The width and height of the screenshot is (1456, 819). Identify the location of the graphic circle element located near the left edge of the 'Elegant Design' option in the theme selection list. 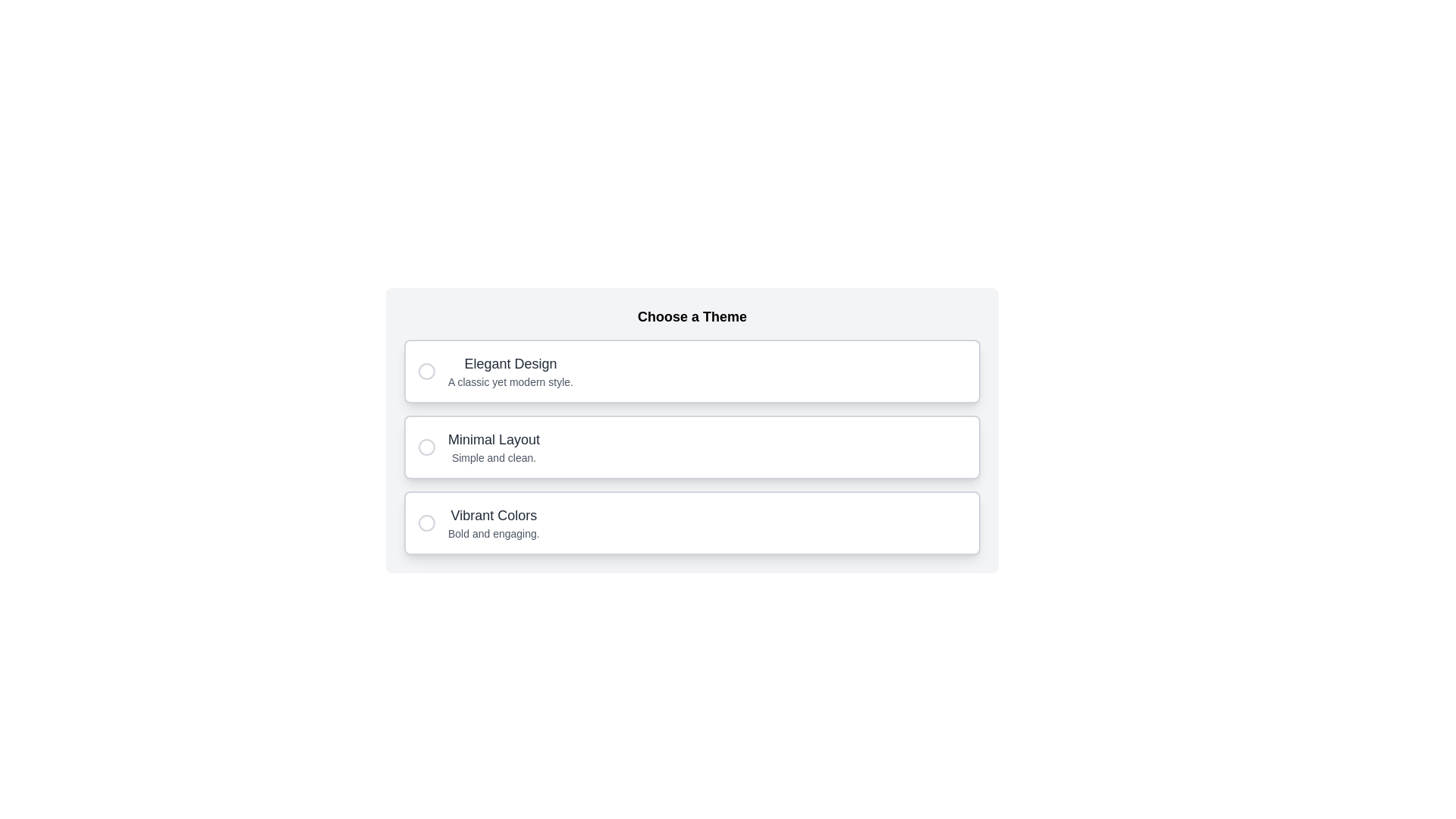
(425, 371).